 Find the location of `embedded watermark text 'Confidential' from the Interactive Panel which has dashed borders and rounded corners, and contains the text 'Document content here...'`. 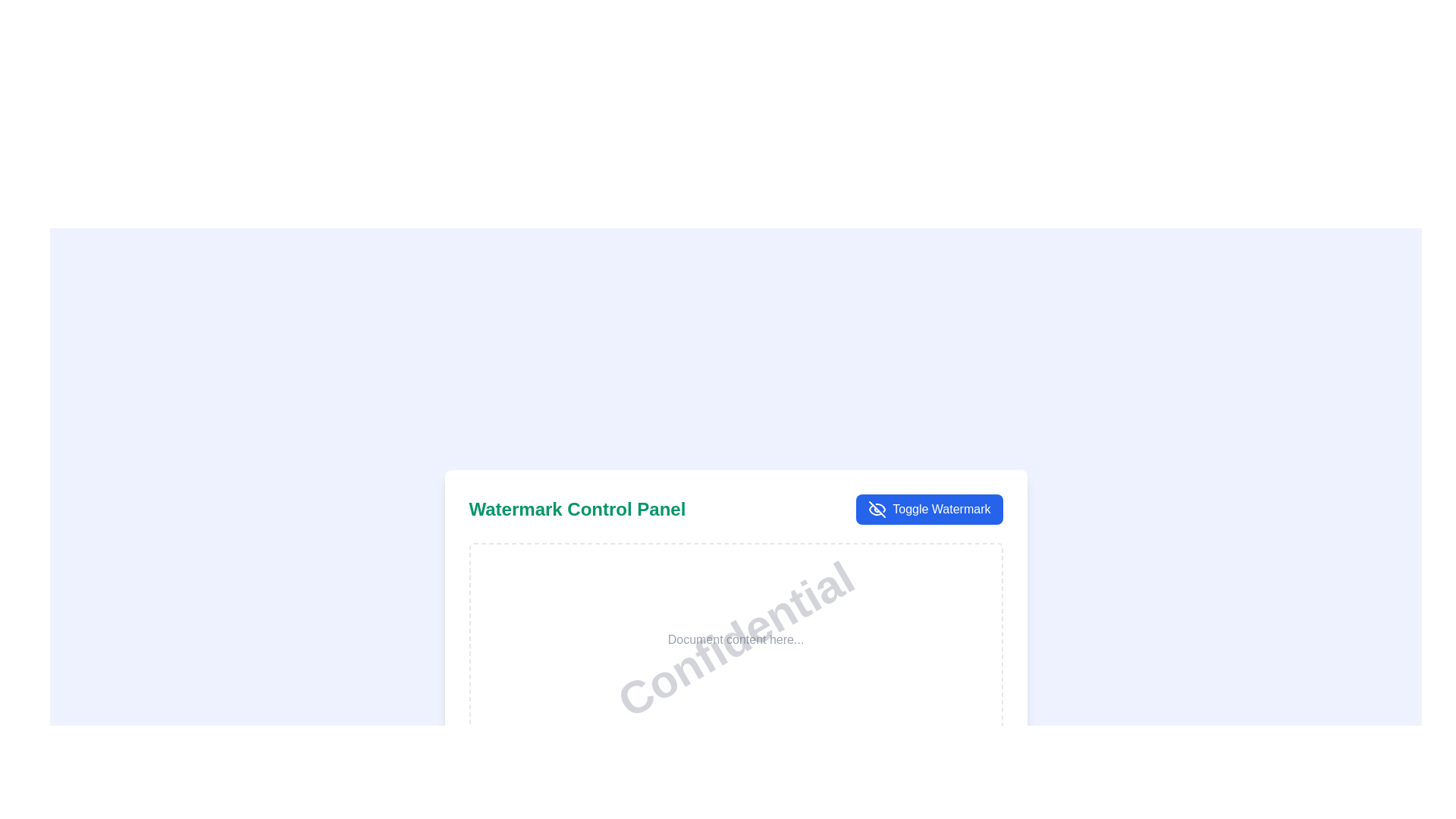

embedded watermark text 'Confidential' from the Interactive Panel which has dashed borders and rounded corners, and contains the text 'Document content here...' is located at coordinates (736, 640).